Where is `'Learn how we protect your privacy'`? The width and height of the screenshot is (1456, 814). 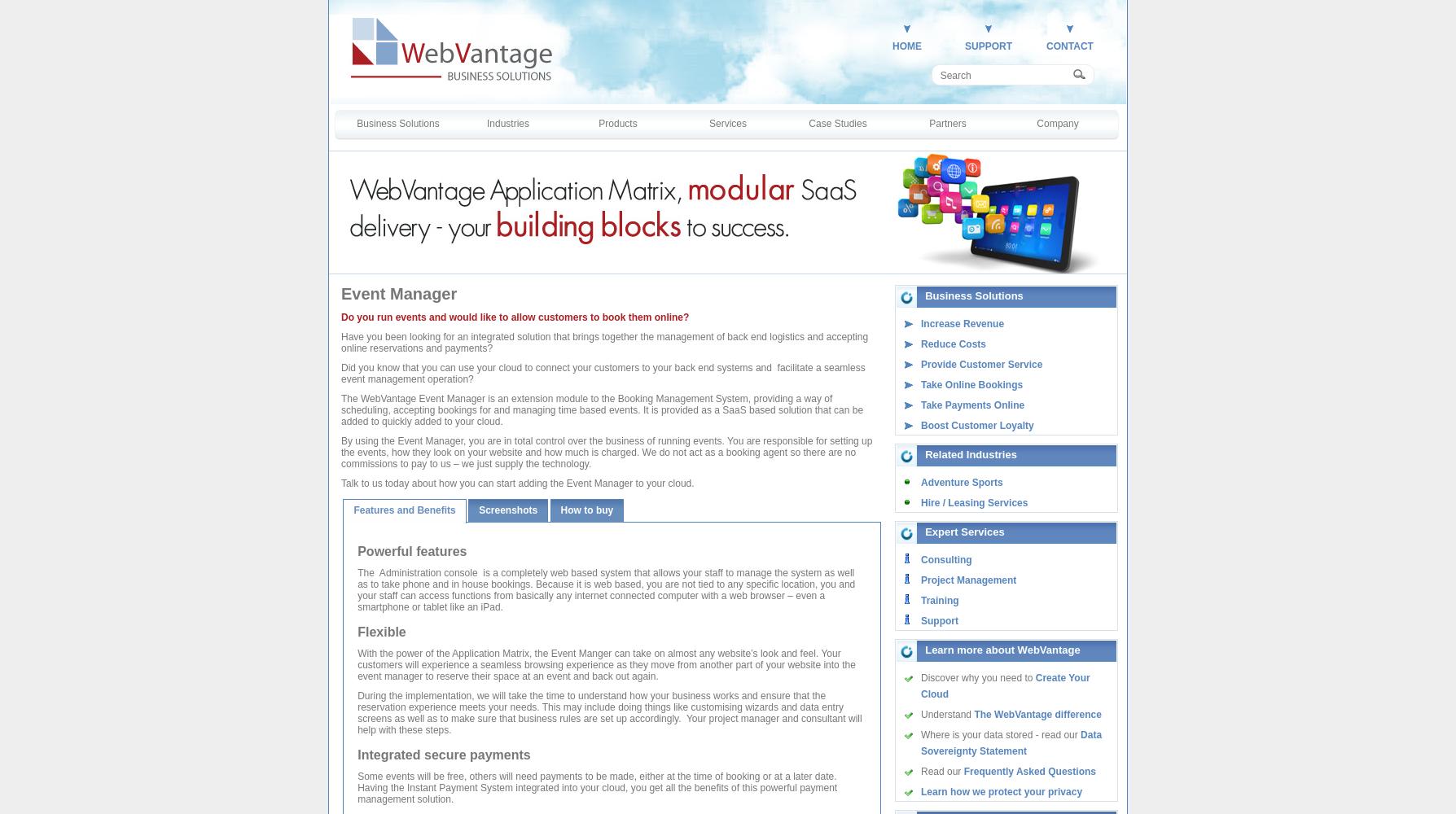
'Learn how we protect your privacy' is located at coordinates (1000, 791).